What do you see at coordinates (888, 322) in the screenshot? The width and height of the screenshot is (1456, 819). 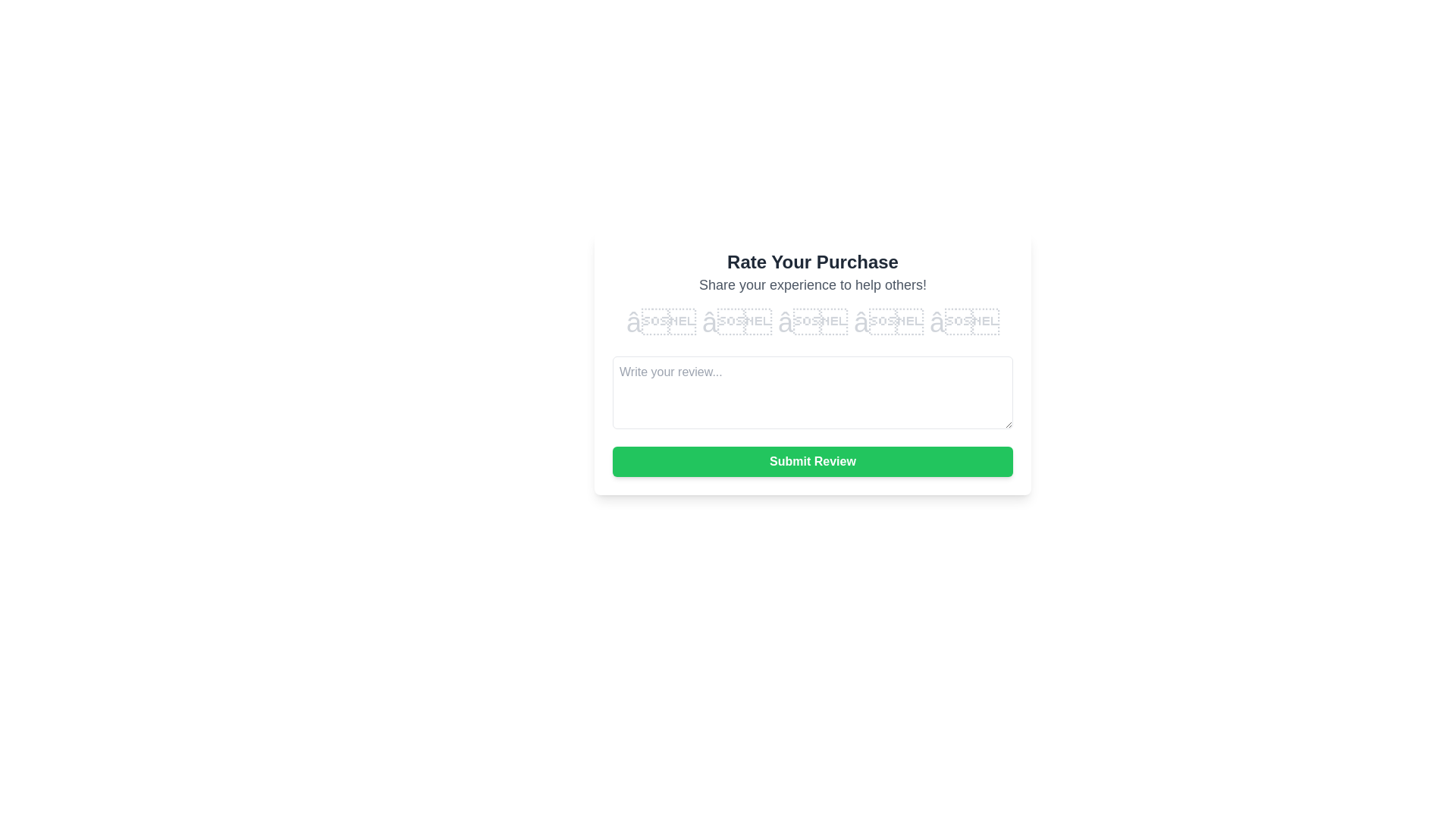 I see `the star corresponding to 4 to preview the rating` at bounding box center [888, 322].